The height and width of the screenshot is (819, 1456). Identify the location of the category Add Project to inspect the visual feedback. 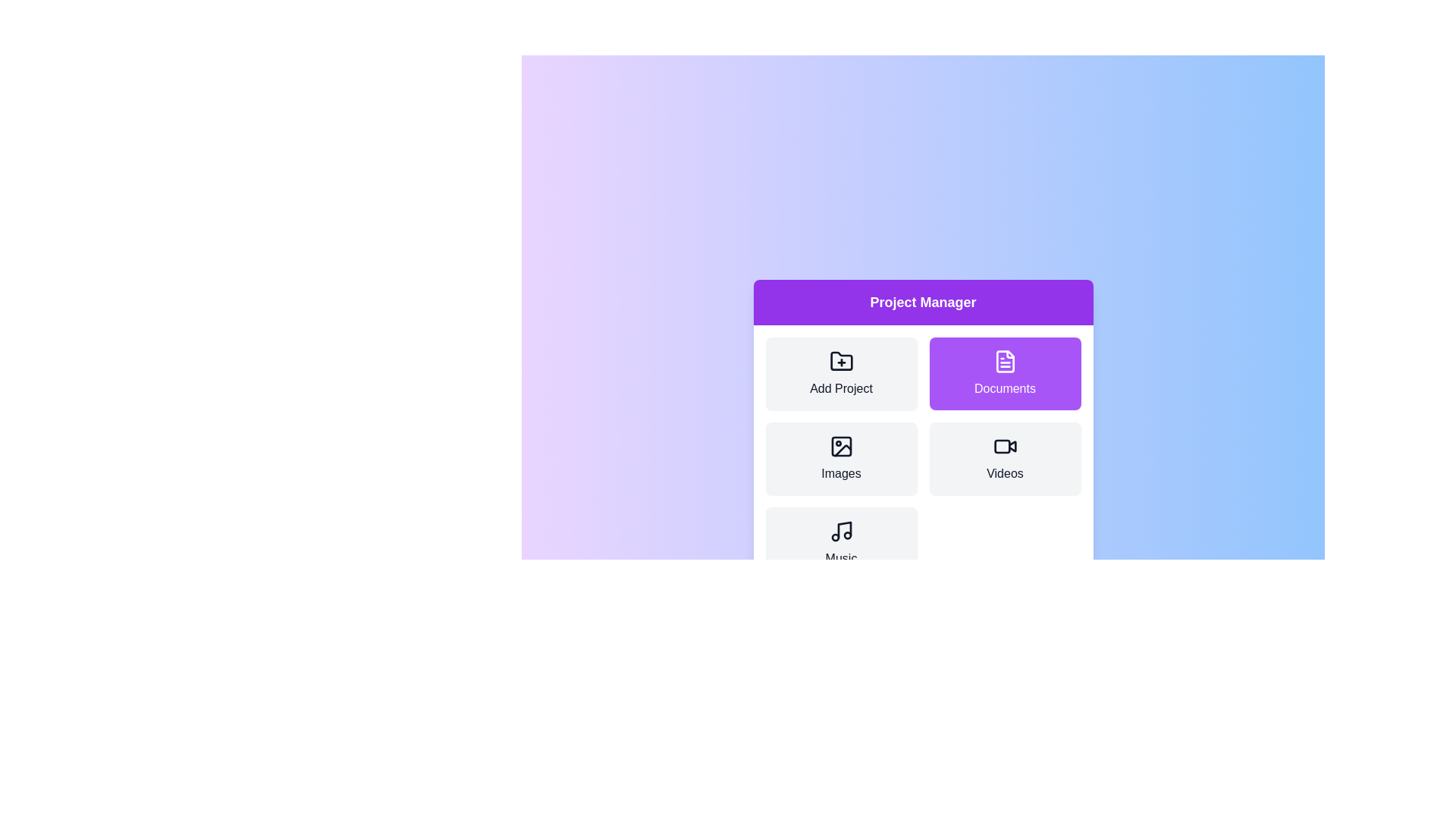
(840, 374).